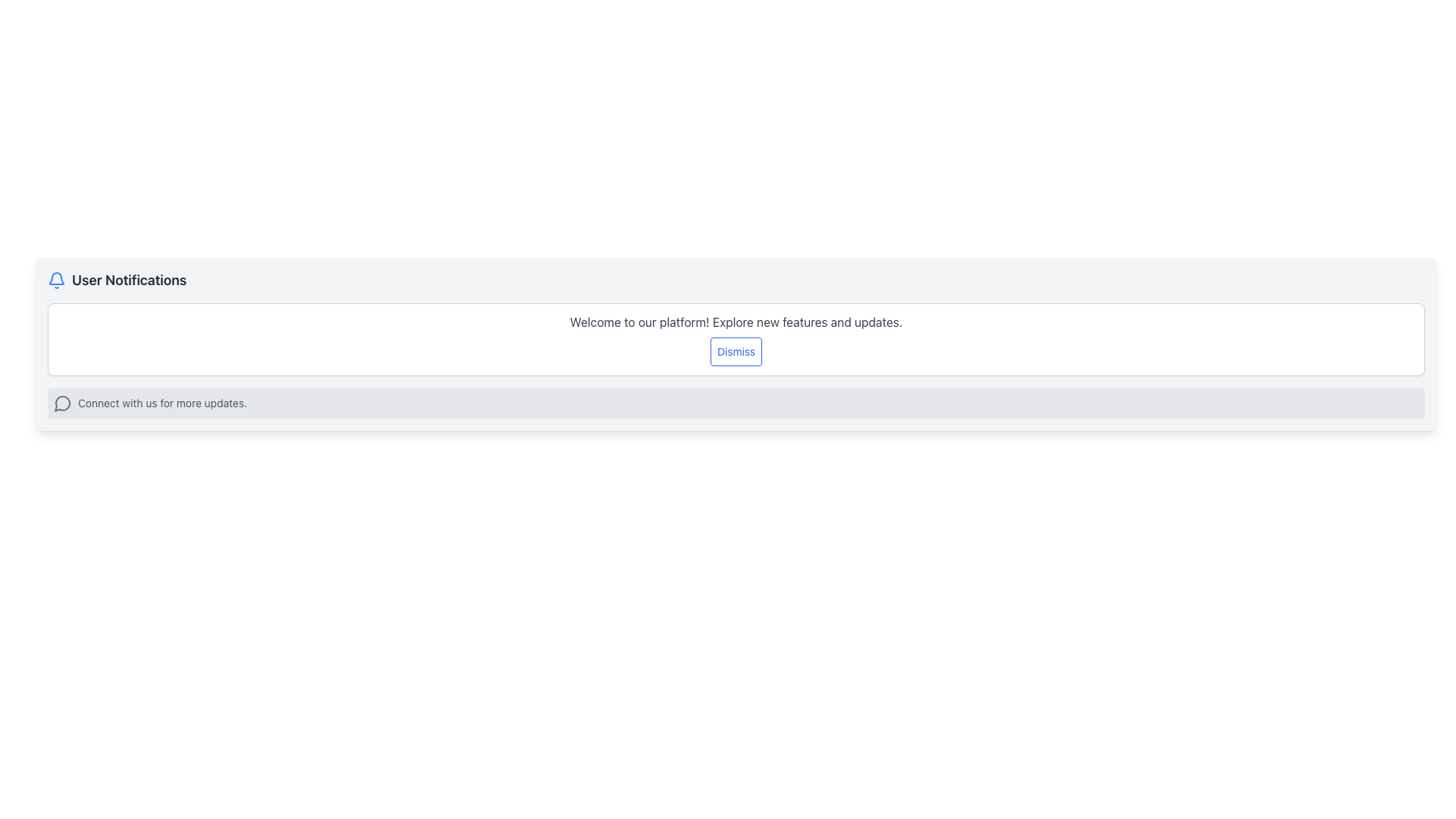 This screenshot has width=1456, height=819. Describe the element at coordinates (57, 278) in the screenshot. I see `the middle part of the notification bell icon, which is a decorative vector shape in the 'User Notifications' section` at that location.